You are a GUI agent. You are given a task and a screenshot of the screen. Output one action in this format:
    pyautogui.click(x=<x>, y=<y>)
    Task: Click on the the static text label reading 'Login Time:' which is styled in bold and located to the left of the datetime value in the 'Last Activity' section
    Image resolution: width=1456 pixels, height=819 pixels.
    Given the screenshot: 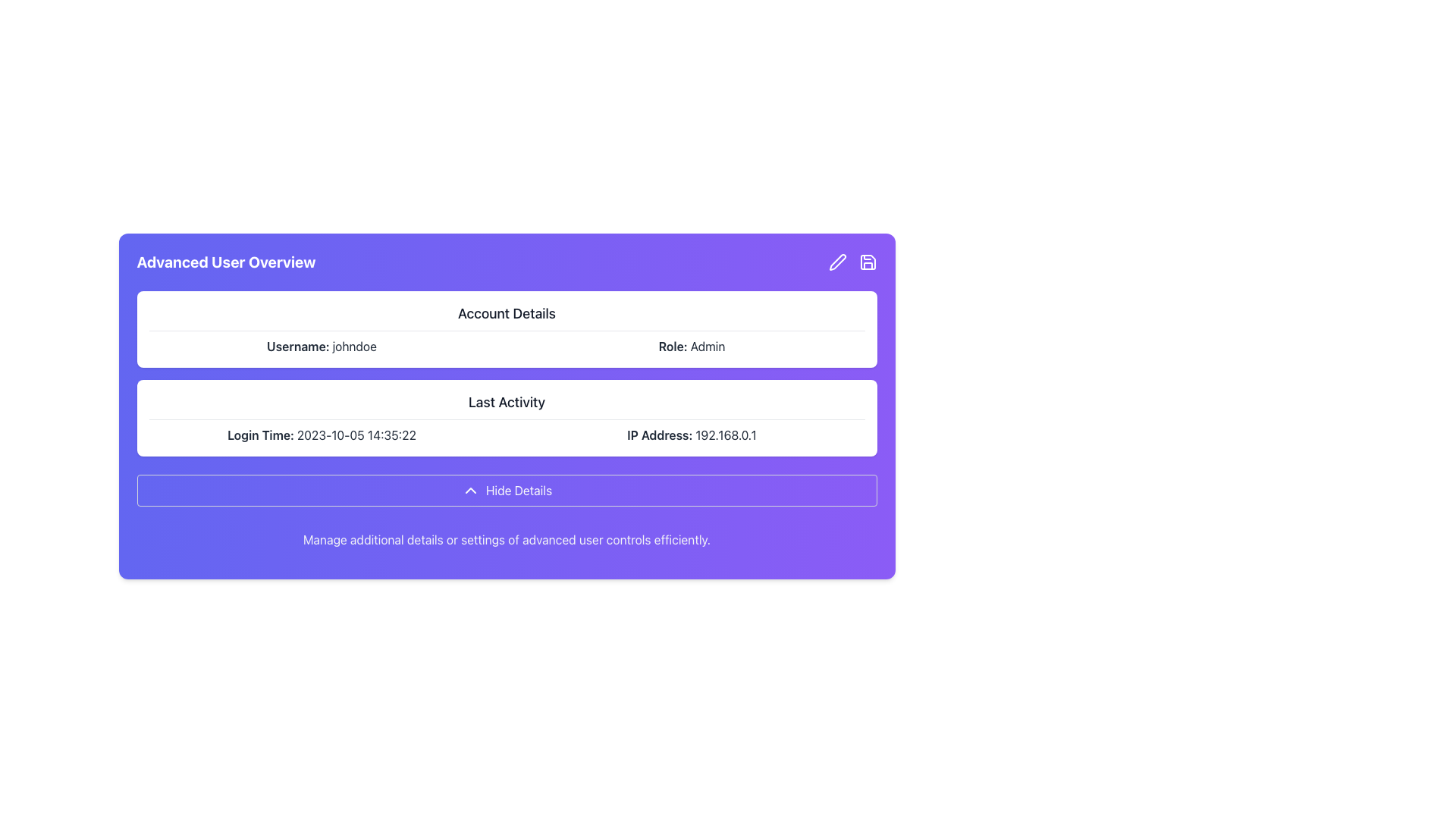 What is the action you would take?
    pyautogui.click(x=262, y=435)
    